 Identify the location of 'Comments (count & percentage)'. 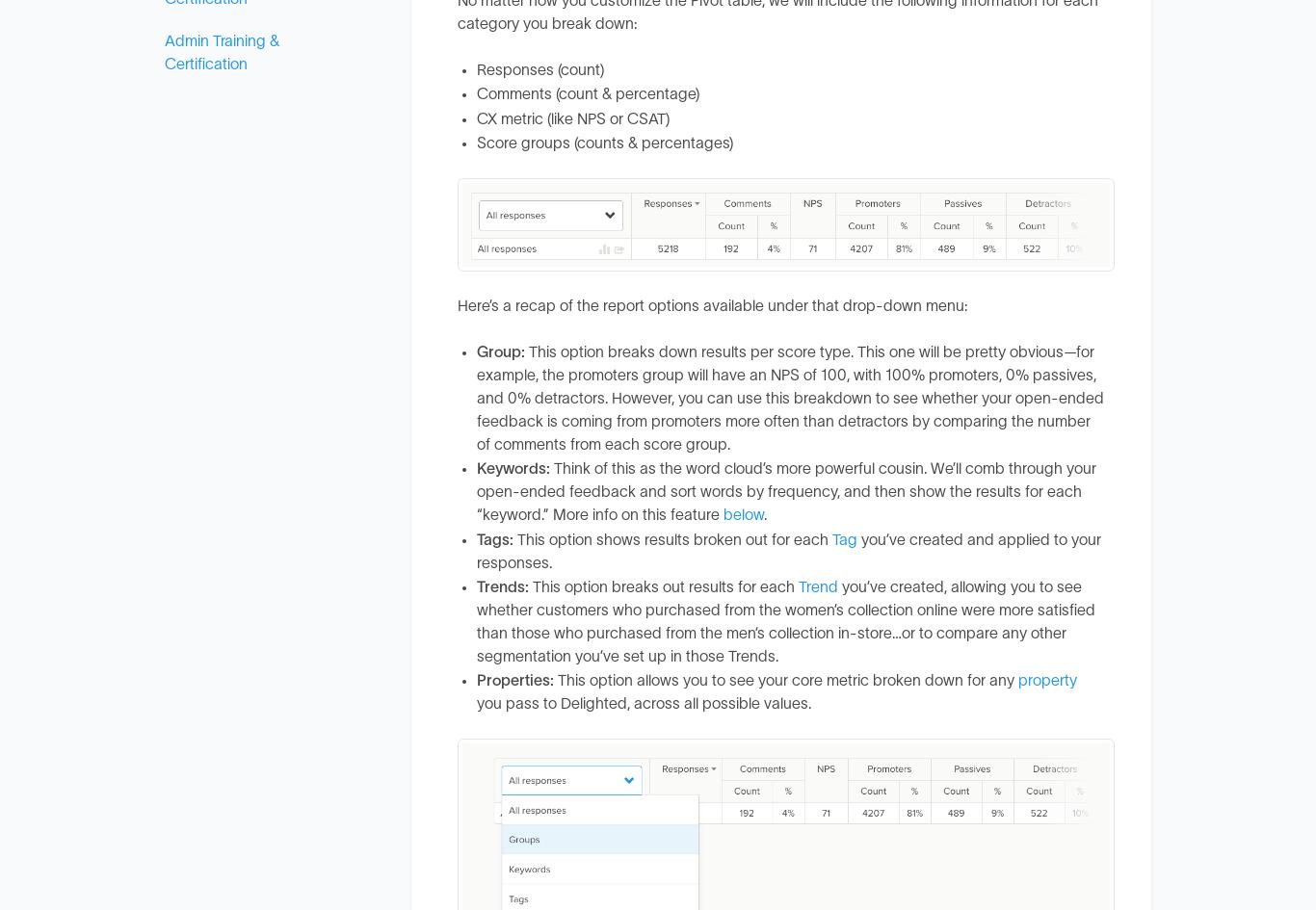
(587, 92).